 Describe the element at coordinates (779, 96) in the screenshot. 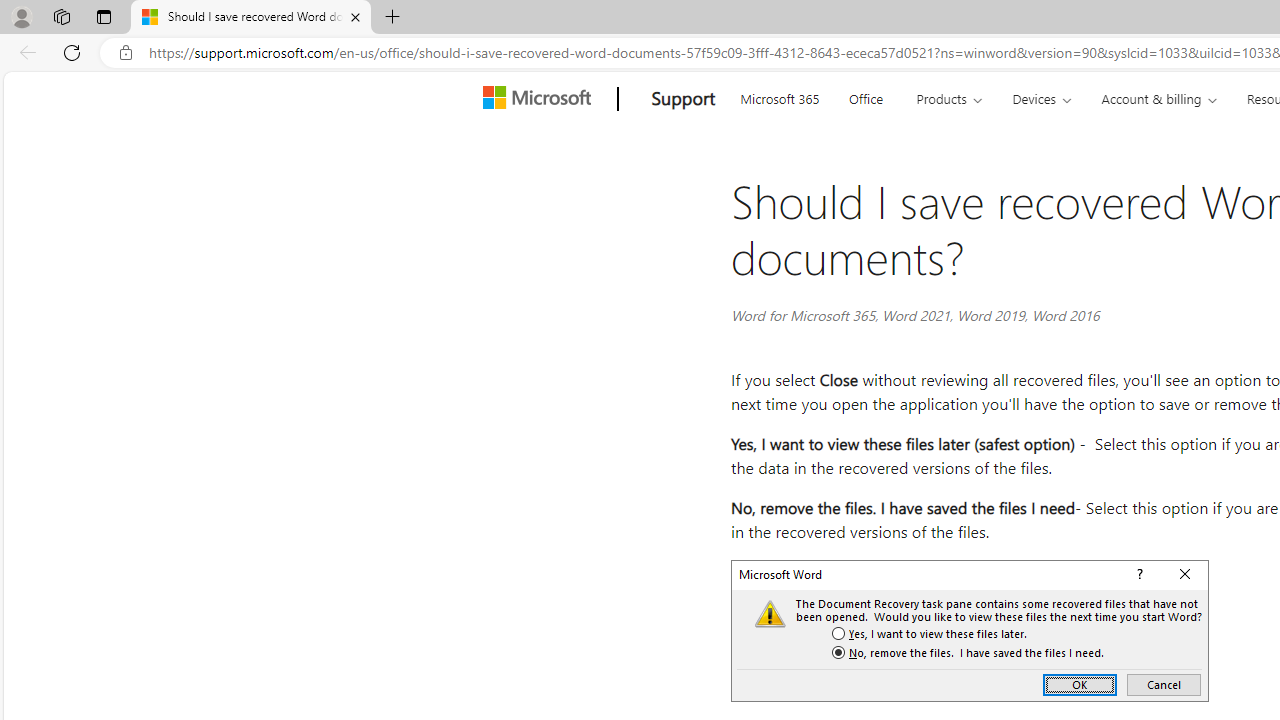

I see `'Microsoft 365'` at that location.